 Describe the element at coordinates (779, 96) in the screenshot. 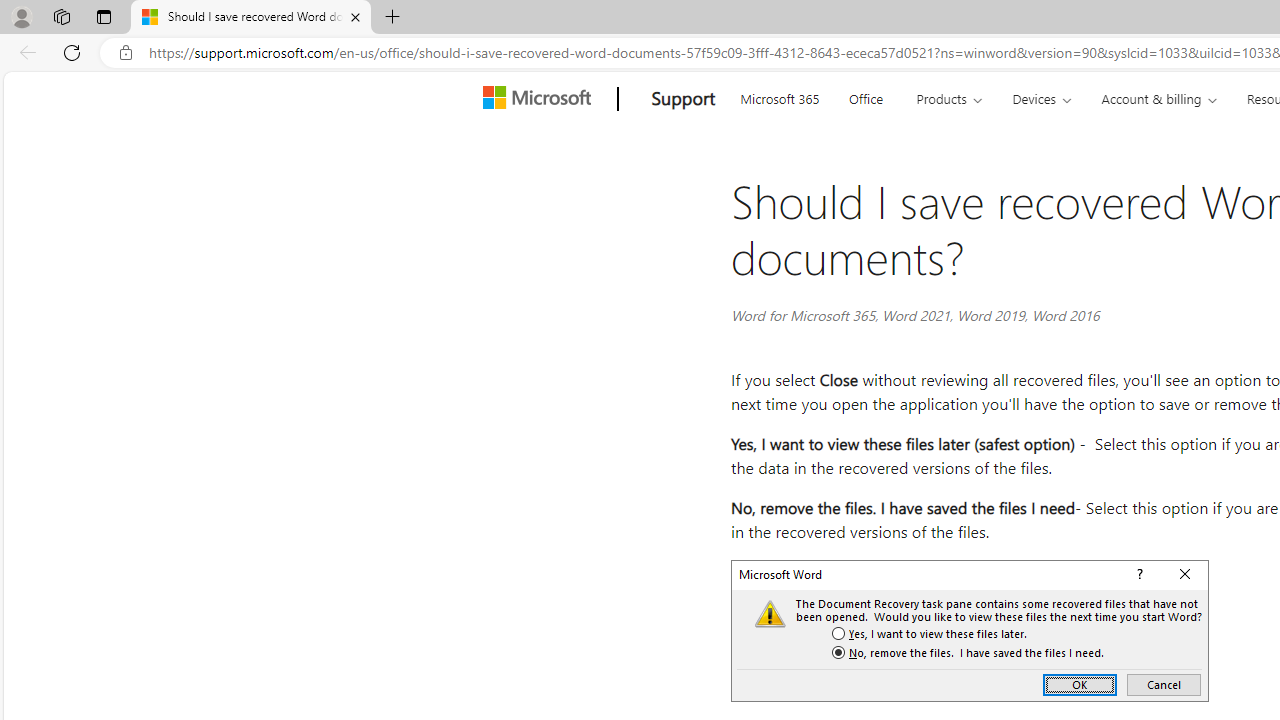

I see `'Microsoft 365'` at that location.